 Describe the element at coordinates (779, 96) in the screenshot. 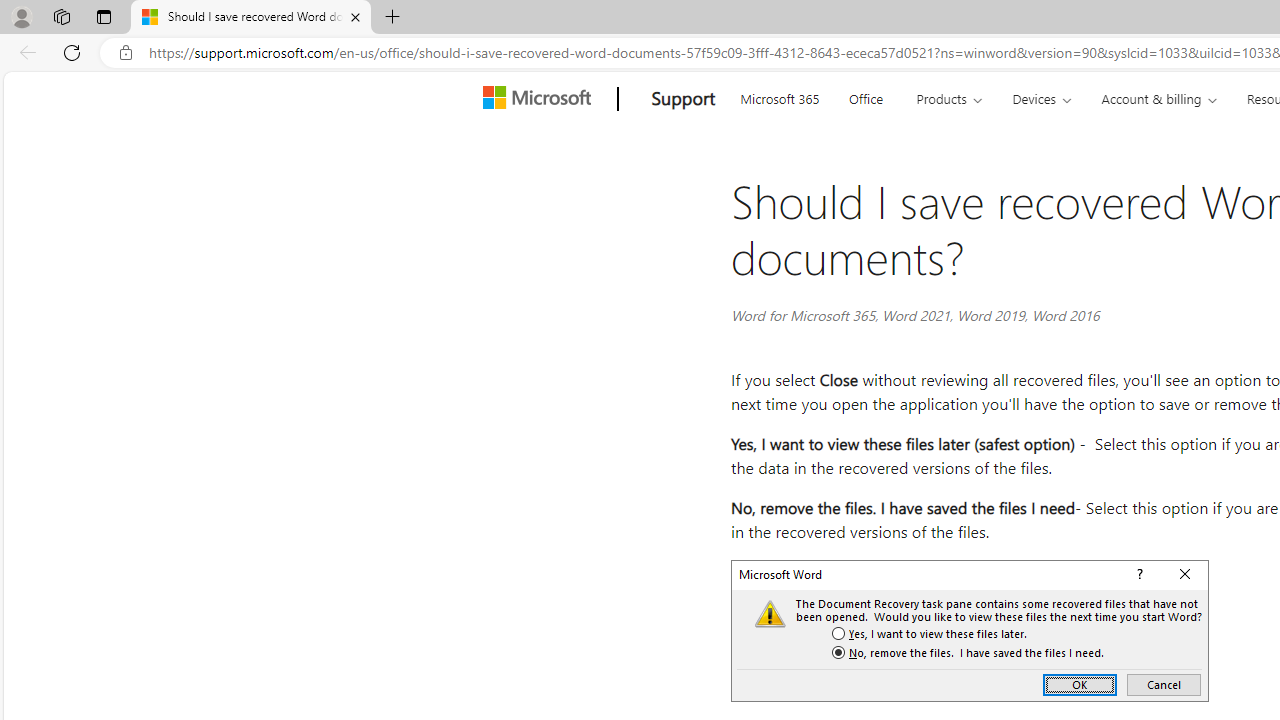

I see `'Microsoft 365'` at that location.